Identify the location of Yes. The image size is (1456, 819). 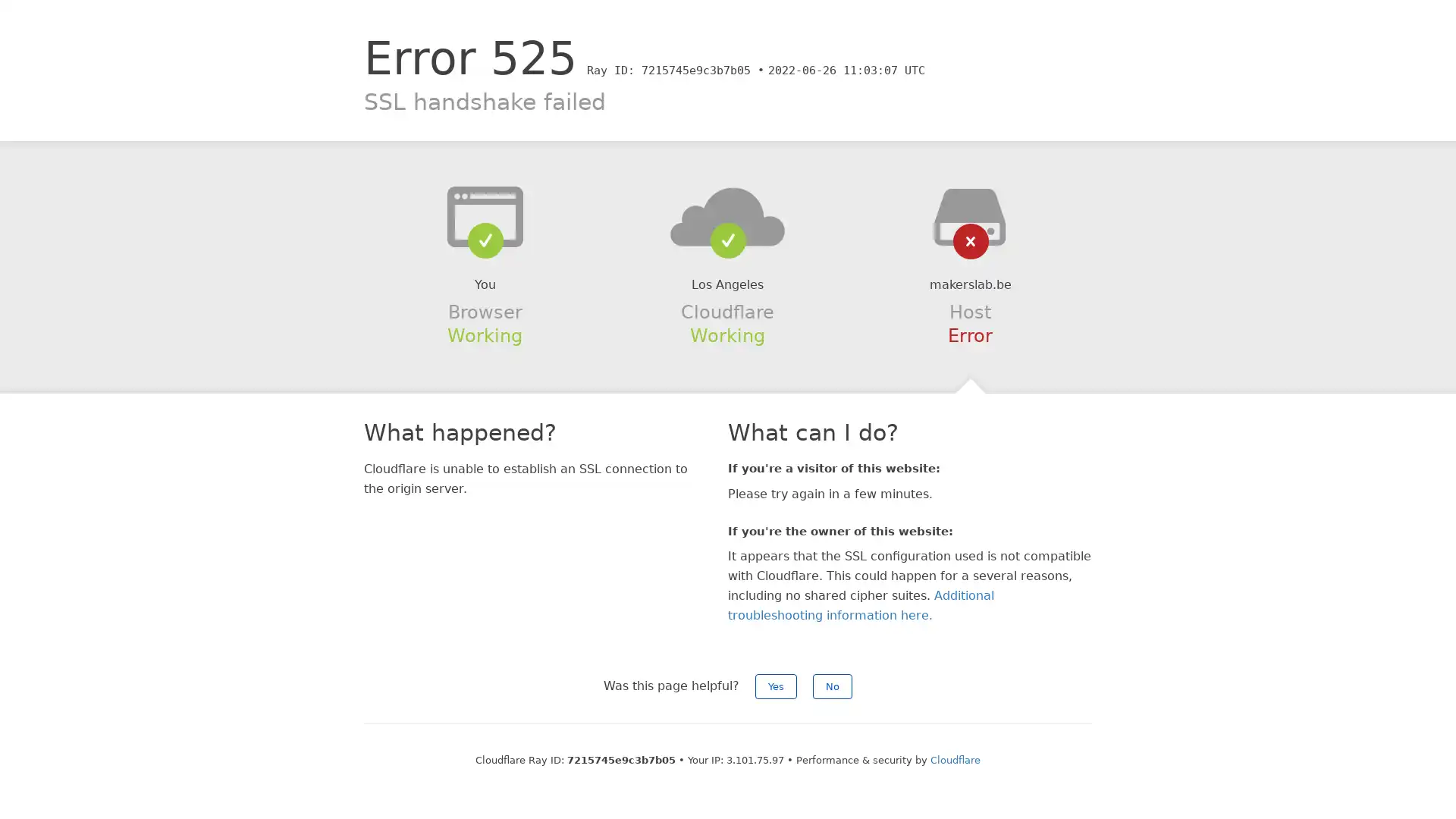
(776, 686).